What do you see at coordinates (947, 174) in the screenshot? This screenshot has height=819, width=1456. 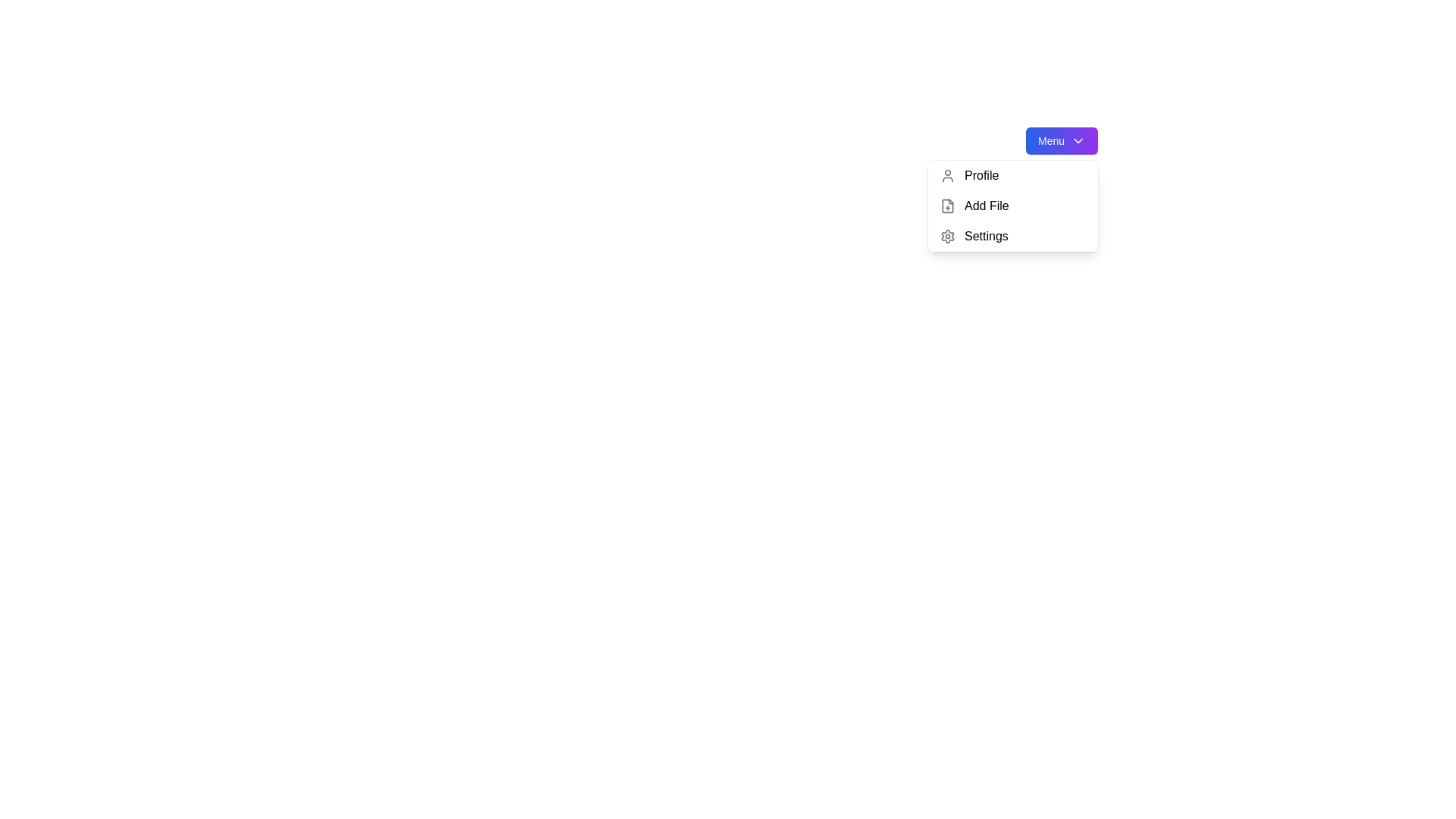 I see `the small, circular user icon with a gray color scheme, which is part of the dropdown menu labeled 'Profile'` at bounding box center [947, 174].